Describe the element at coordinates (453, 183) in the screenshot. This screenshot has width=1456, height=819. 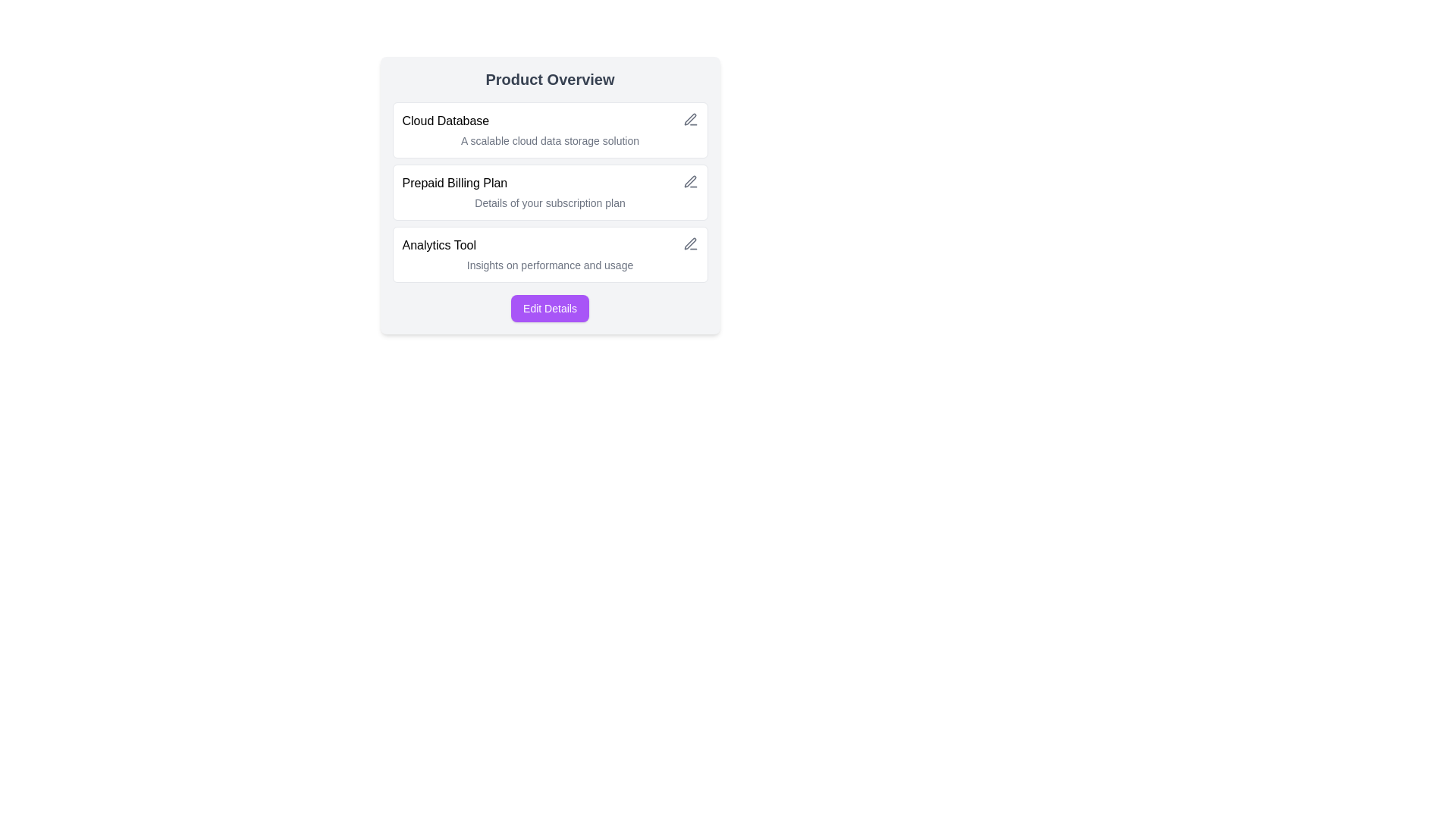
I see `the text label reading 'Prepaid Billing Plan' which is centrally located in the second row under the section 'Product Overview'` at that location.